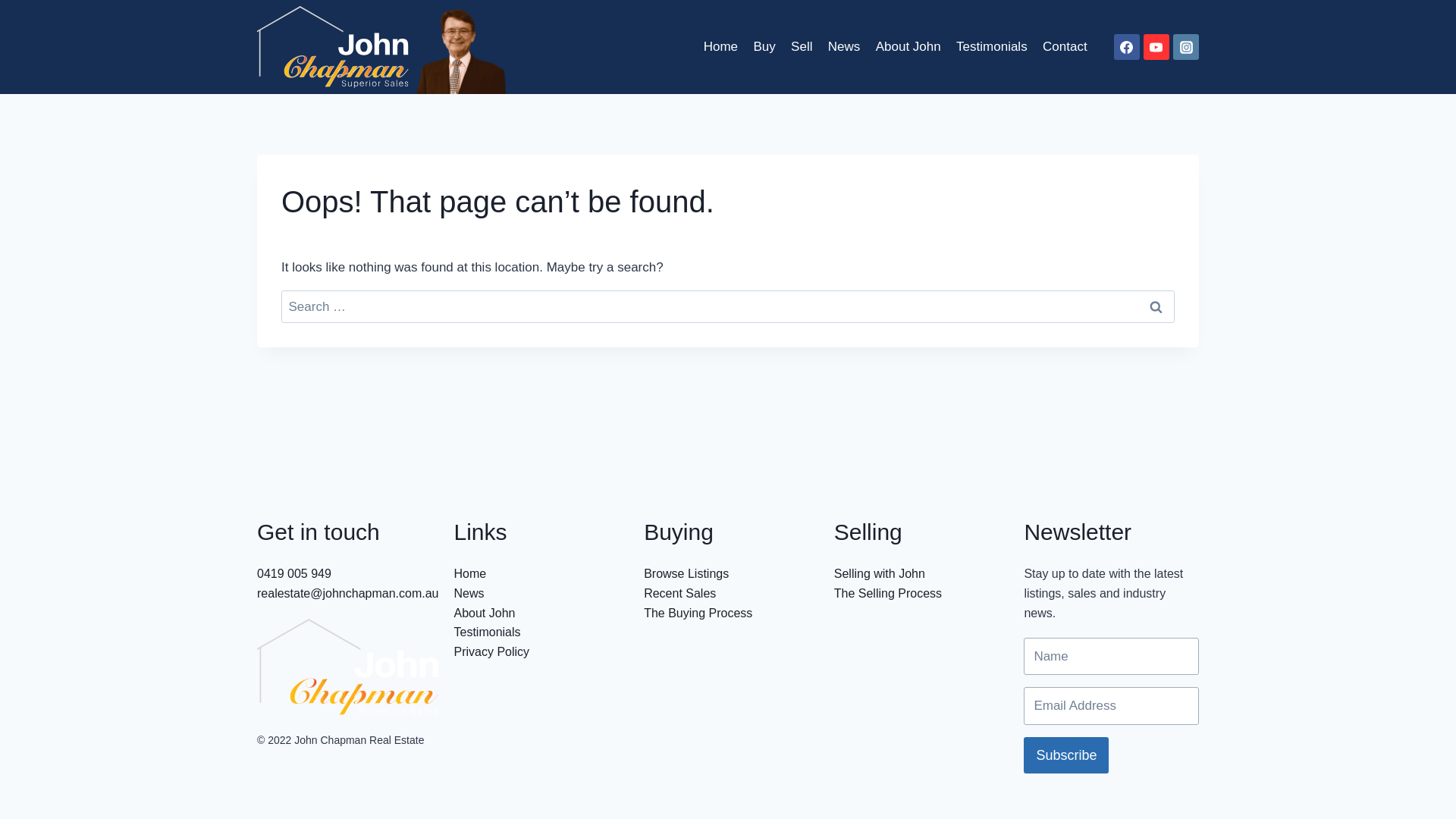  Describe the element at coordinates (686, 573) in the screenshot. I see `'Browse Listings'` at that location.